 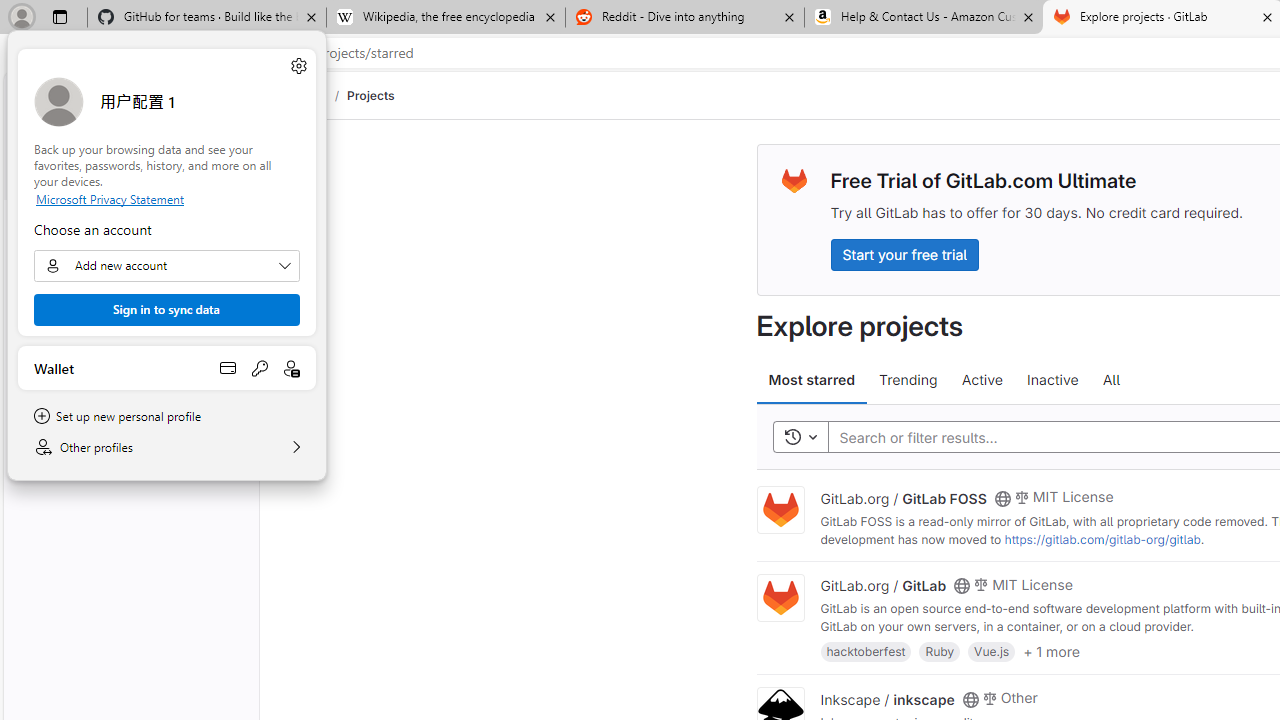 What do you see at coordinates (989, 696) in the screenshot?
I see `'Class: s14 gl-mr-2'` at bounding box center [989, 696].